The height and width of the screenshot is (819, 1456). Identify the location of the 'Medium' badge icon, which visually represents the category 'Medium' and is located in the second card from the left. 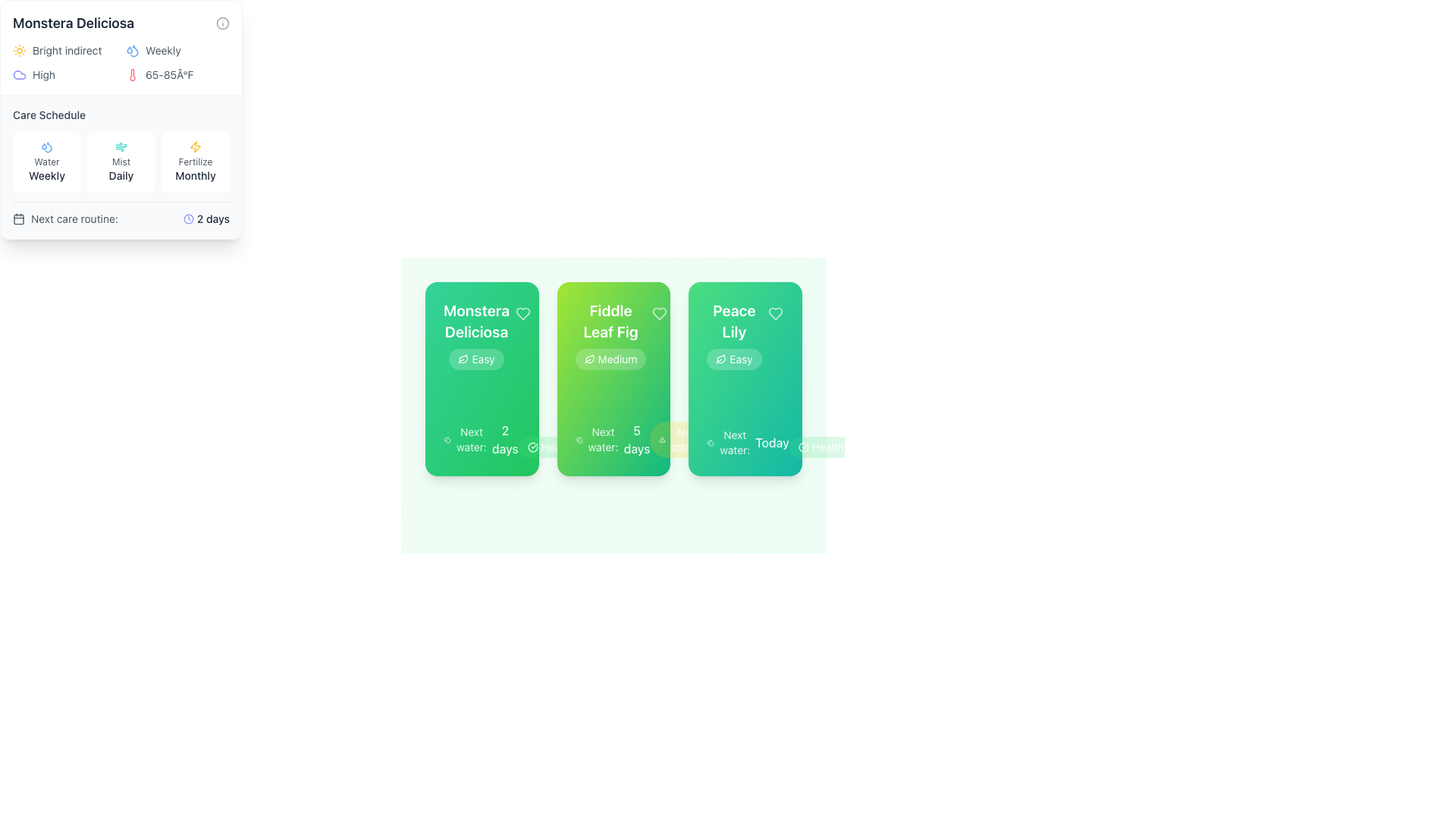
(588, 359).